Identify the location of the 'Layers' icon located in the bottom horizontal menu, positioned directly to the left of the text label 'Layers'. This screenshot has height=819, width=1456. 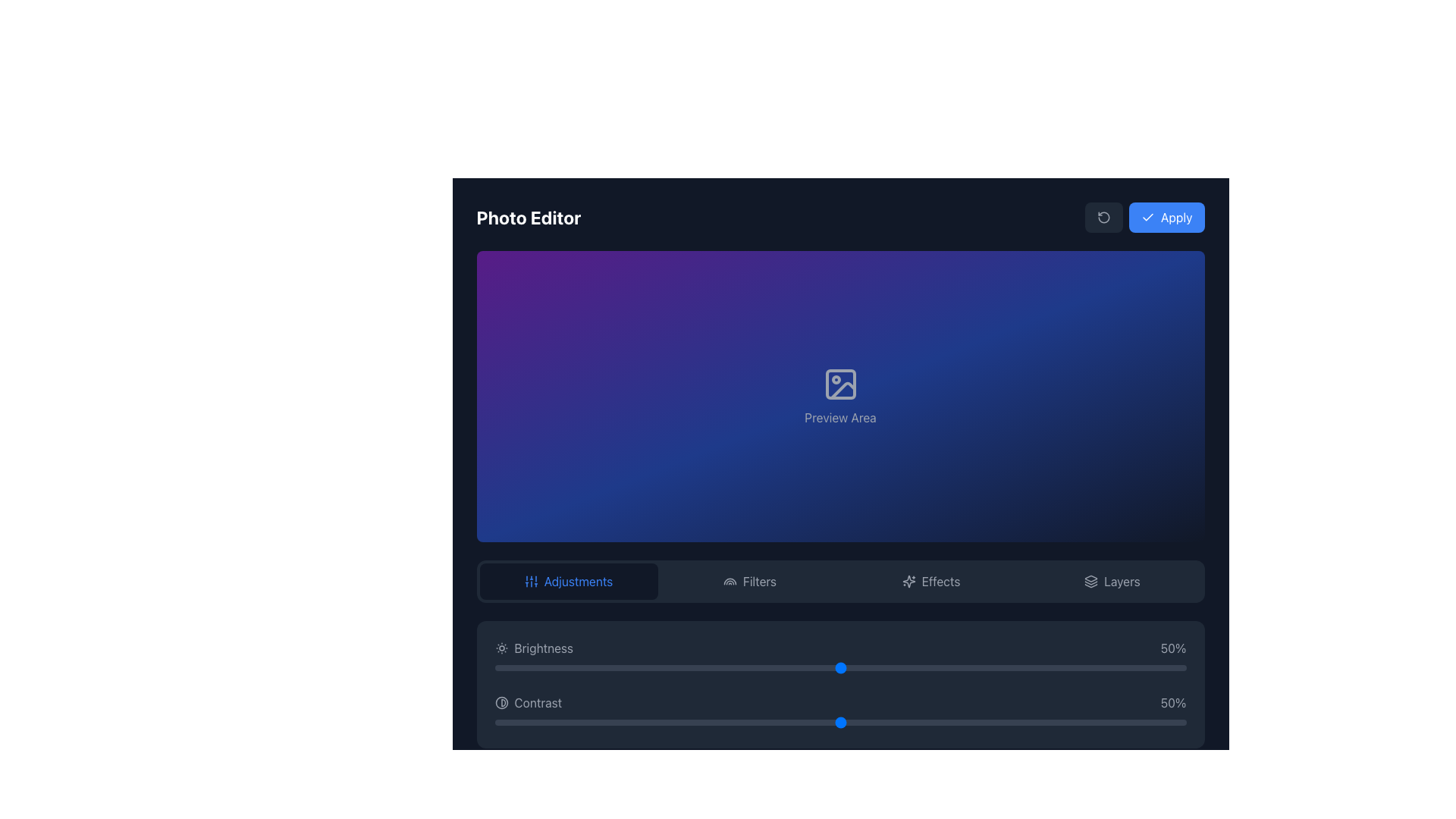
(1090, 581).